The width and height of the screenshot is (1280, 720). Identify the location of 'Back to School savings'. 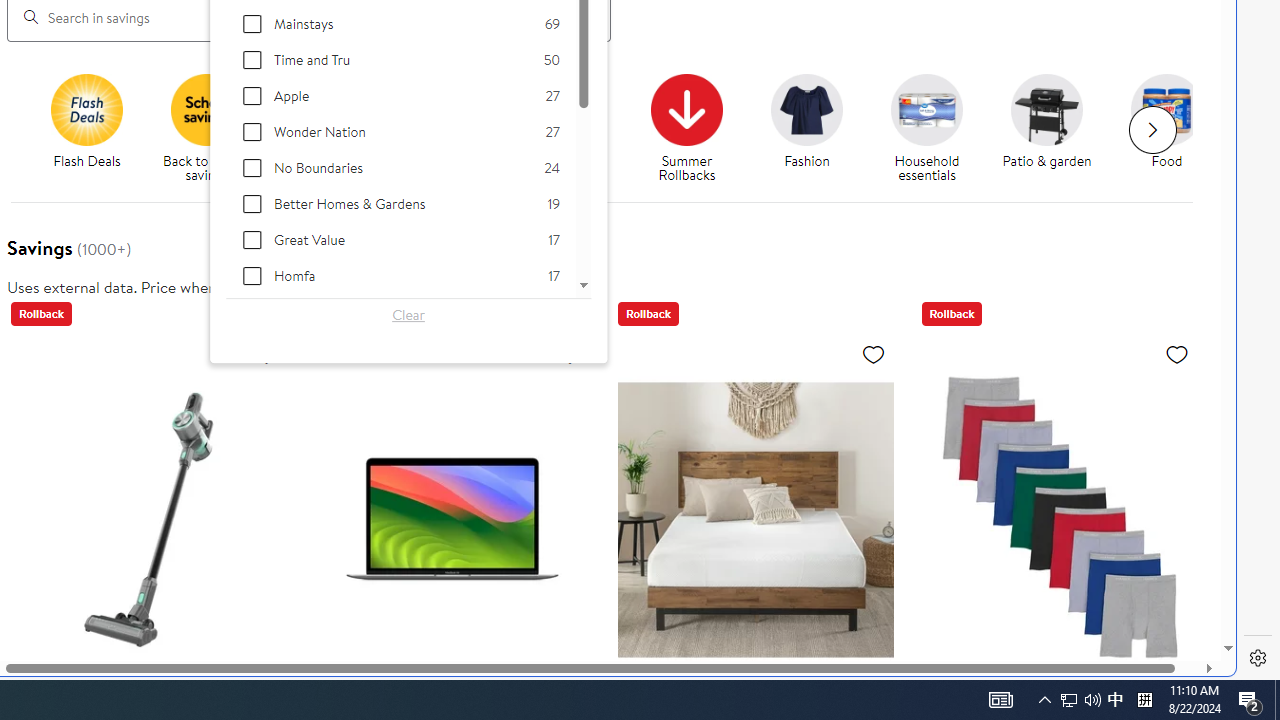
(207, 109).